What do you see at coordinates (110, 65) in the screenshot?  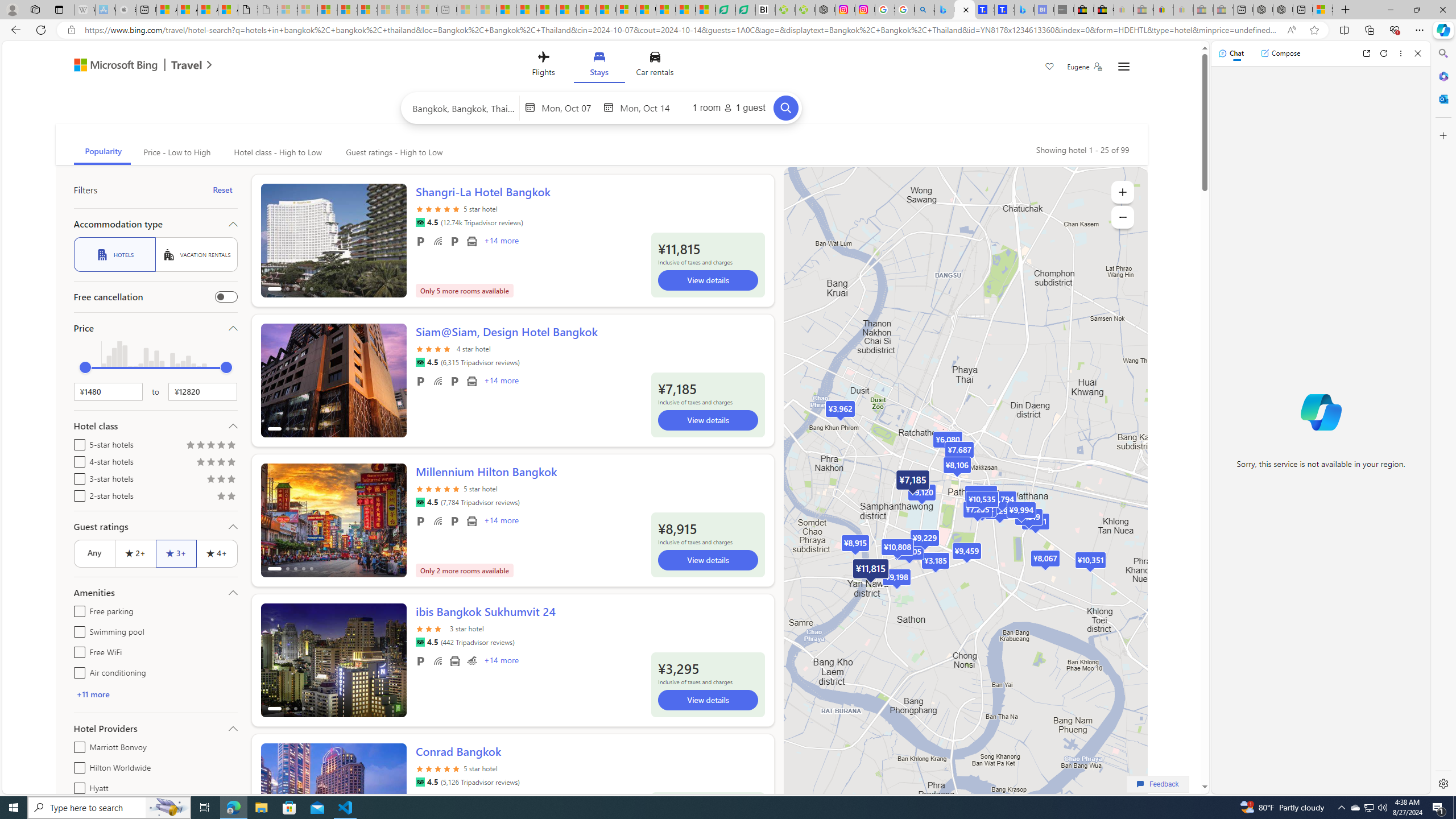 I see `'Microsoft Bing'` at bounding box center [110, 65].